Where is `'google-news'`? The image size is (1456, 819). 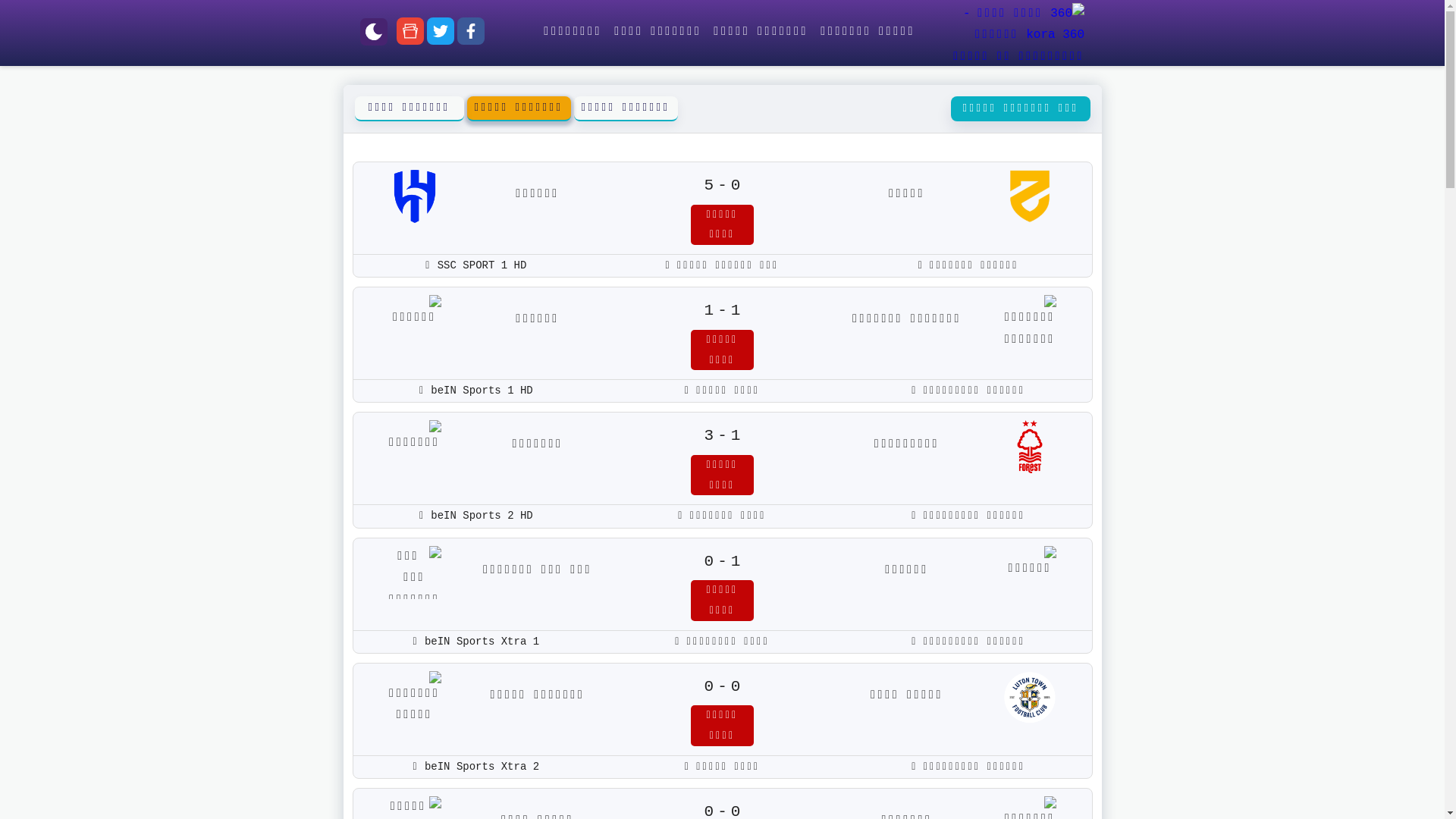 'google-news' is located at coordinates (410, 34).